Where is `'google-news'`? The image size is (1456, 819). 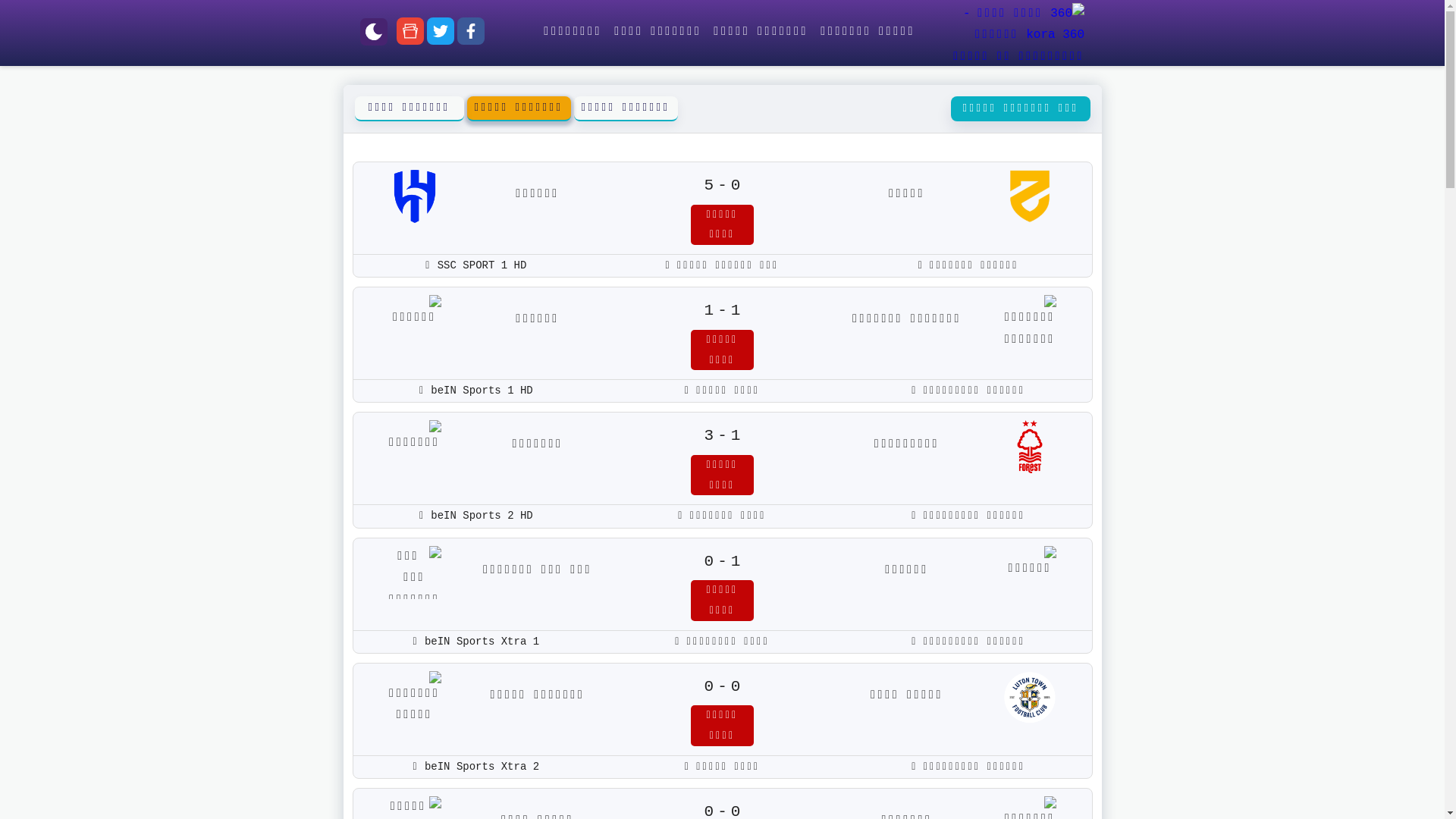 'google-news' is located at coordinates (410, 34).